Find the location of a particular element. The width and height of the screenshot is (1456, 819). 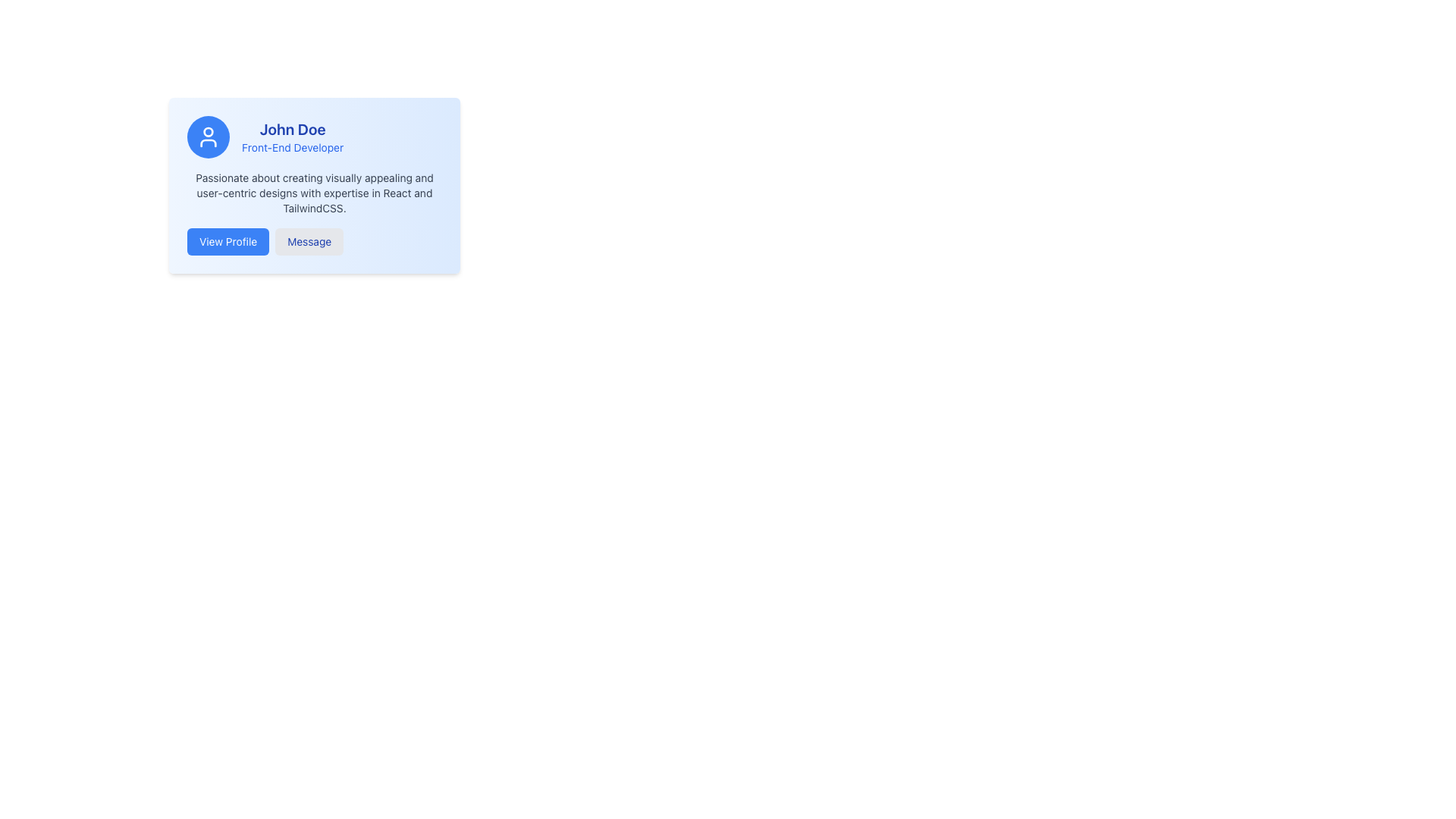

the paragraph of text styled with a small font size and gray color, which is centrally positioned within the card below the title 'John Doe' and subtitle 'Front-End Developer', and above the buttons 'View Profile' and 'Message' is located at coordinates (313, 192).